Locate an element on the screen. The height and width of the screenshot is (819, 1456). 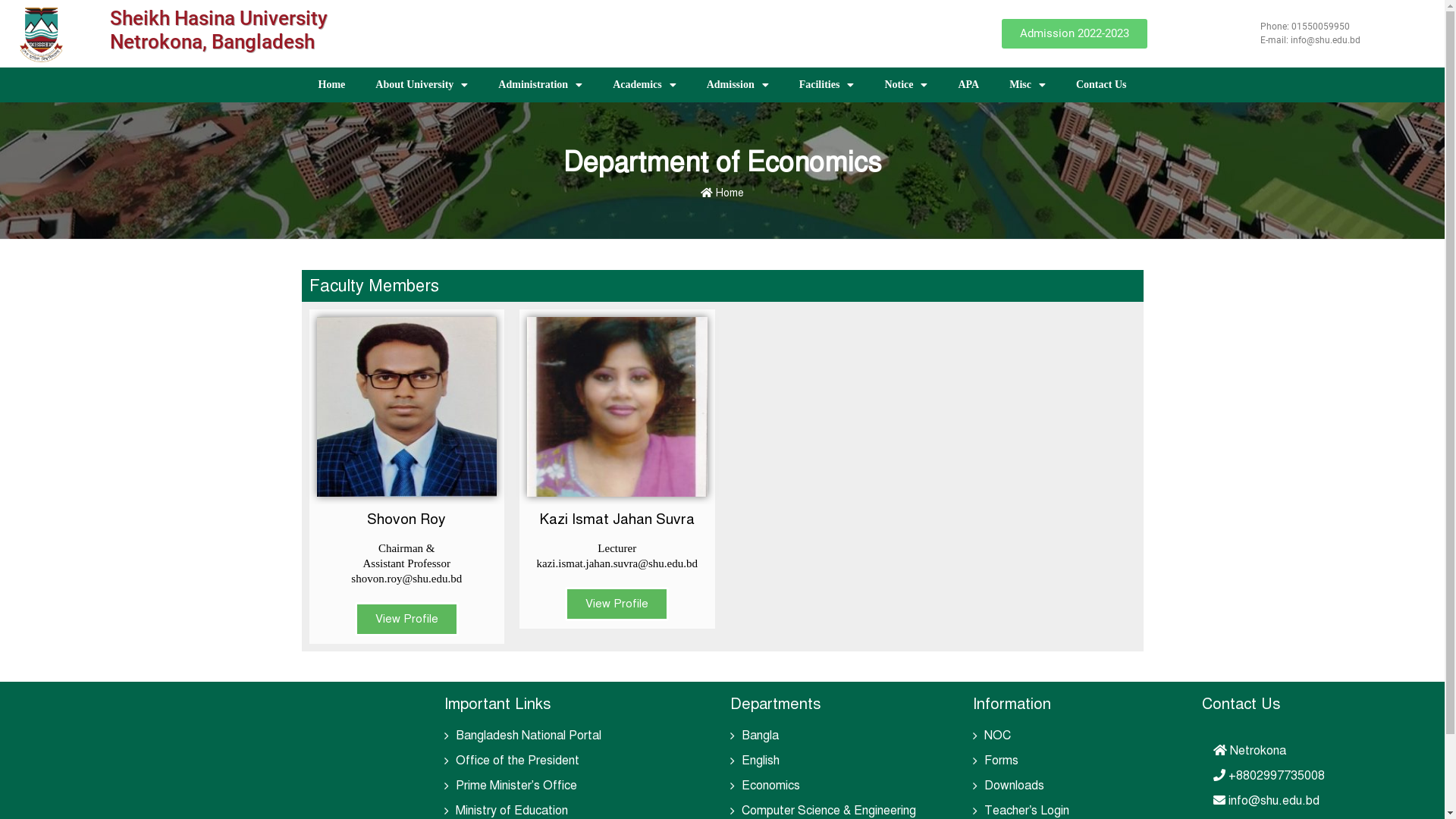
'Downloads' is located at coordinates (1014, 785).